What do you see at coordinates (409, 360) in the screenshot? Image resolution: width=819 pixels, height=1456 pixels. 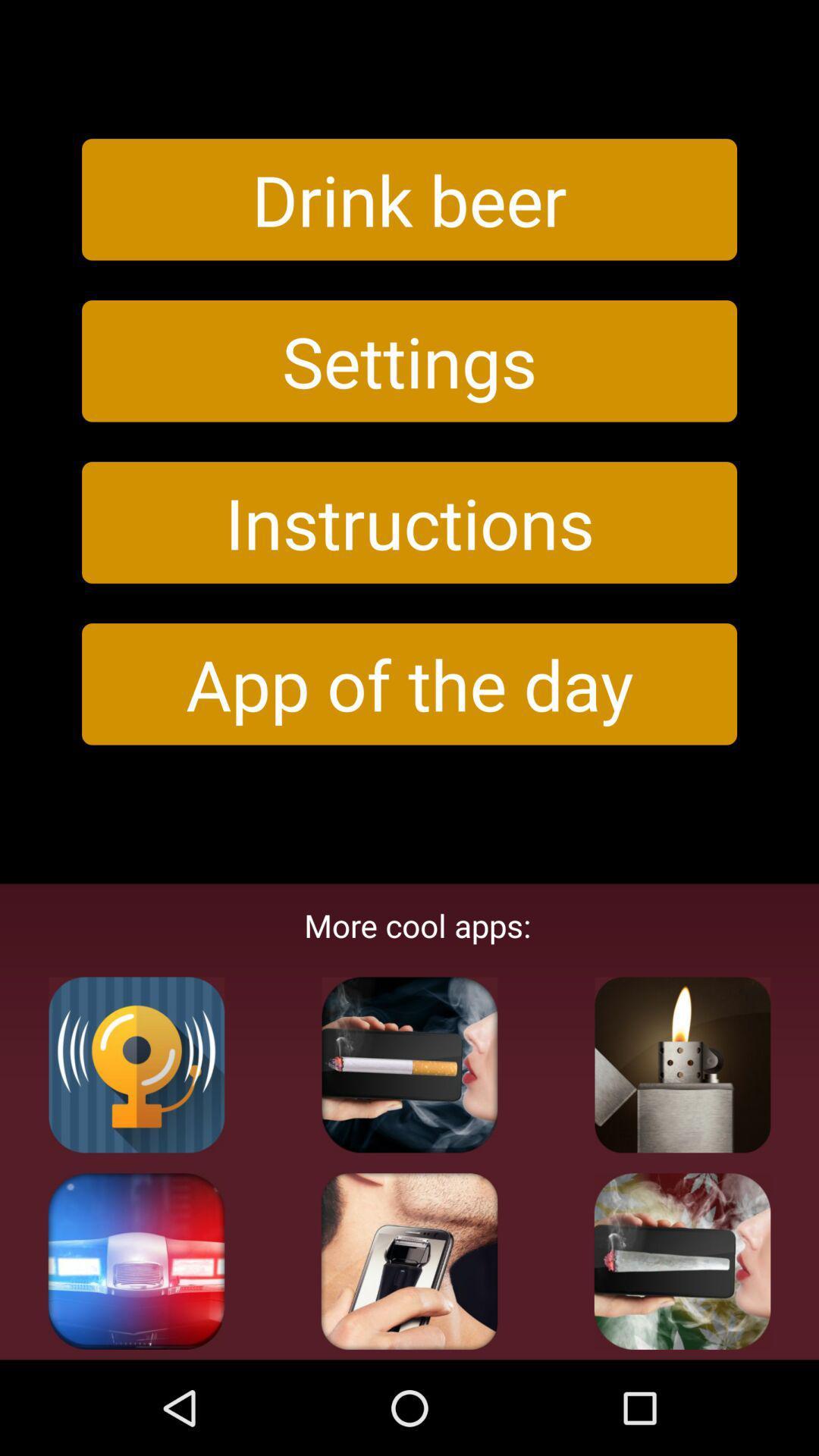 I see `settings` at bounding box center [409, 360].